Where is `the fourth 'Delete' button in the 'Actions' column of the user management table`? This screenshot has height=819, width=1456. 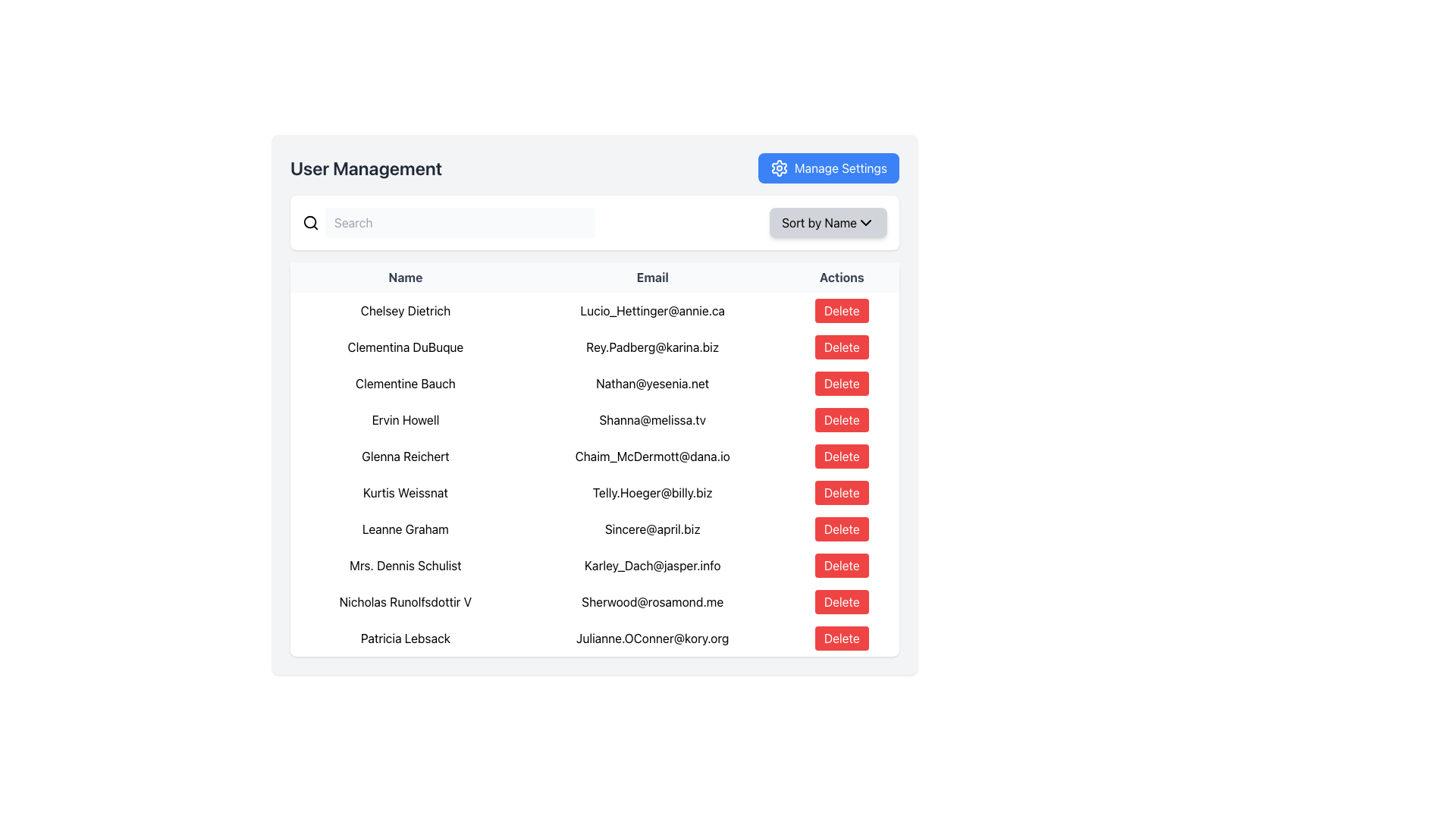
the fourth 'Delete' button in the 'Actions' column of the user management table is located at coordinates (841, 420).